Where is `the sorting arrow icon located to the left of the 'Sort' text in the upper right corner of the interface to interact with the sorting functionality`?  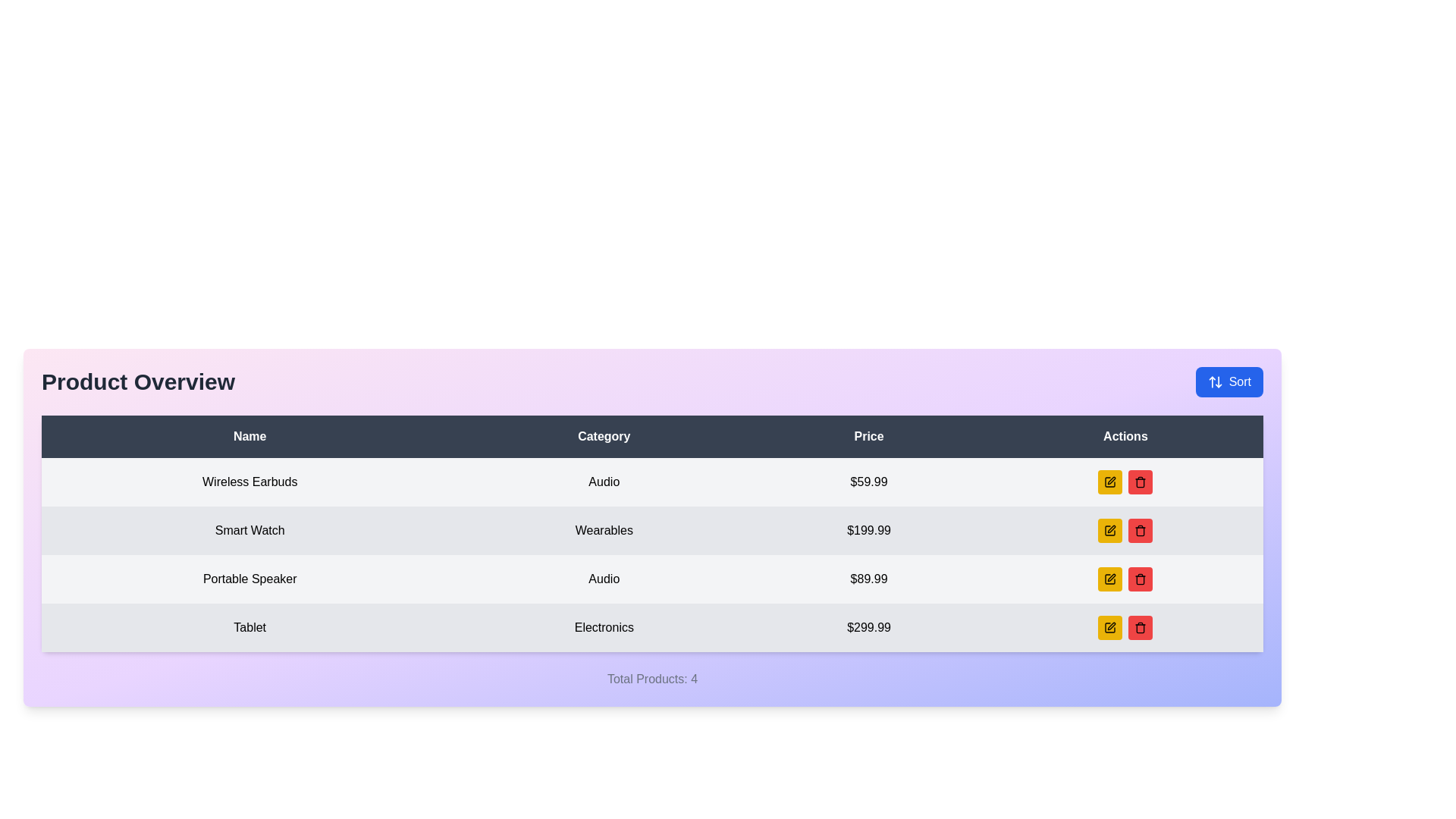 the sorting arrow icon located to the left of the 'Sort' text in the upper right corner of the interface to interact with the sorting functionality is located at coordinates (1215, 381).